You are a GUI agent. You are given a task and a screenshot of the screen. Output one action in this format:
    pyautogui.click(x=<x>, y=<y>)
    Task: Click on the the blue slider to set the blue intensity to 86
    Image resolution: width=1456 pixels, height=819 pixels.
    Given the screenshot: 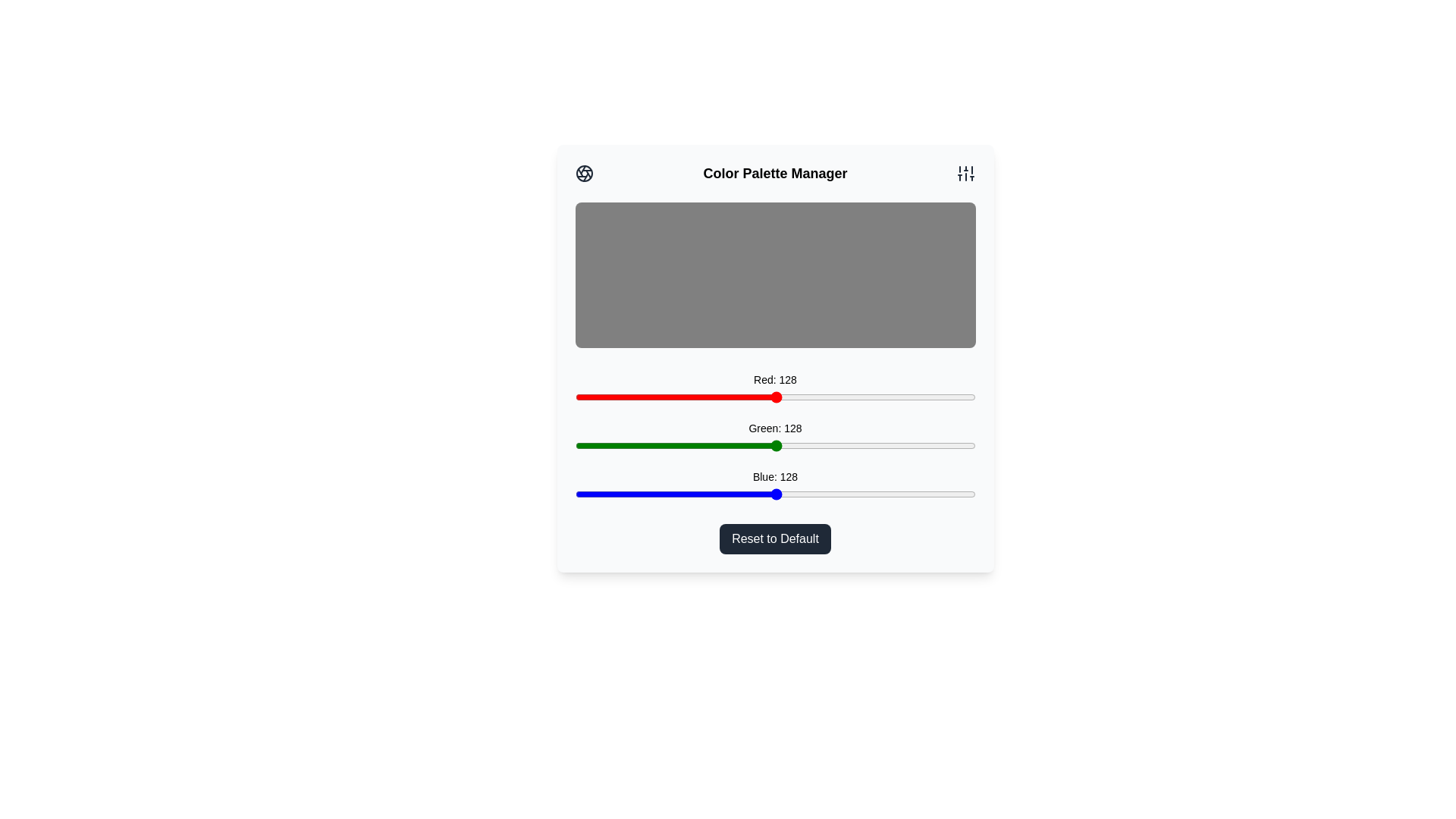 What is the action you would take?
    pyautogui.click(x=709, y=494)
    